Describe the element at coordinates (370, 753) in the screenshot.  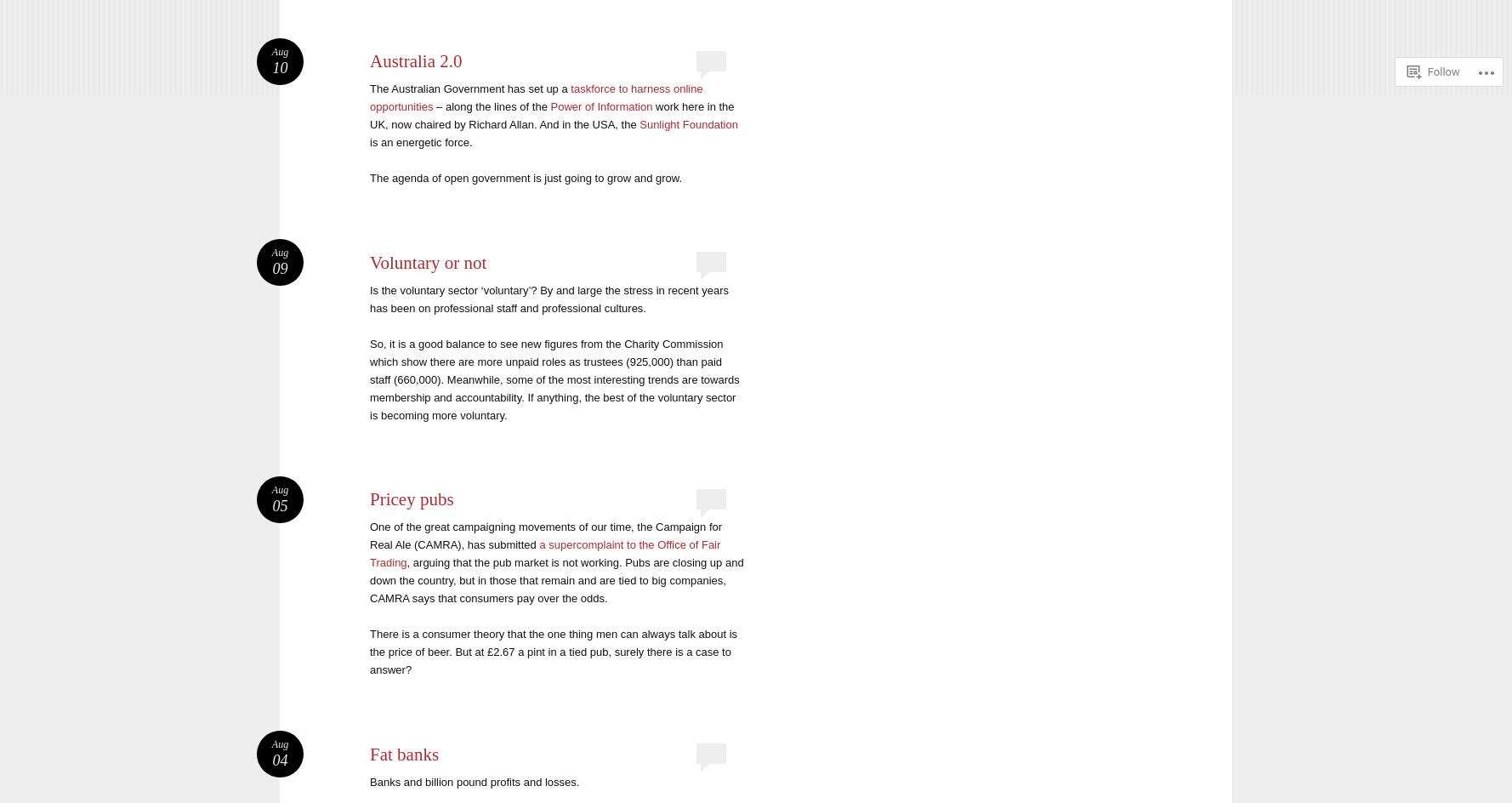
I see `'Fat banks'` at that location.